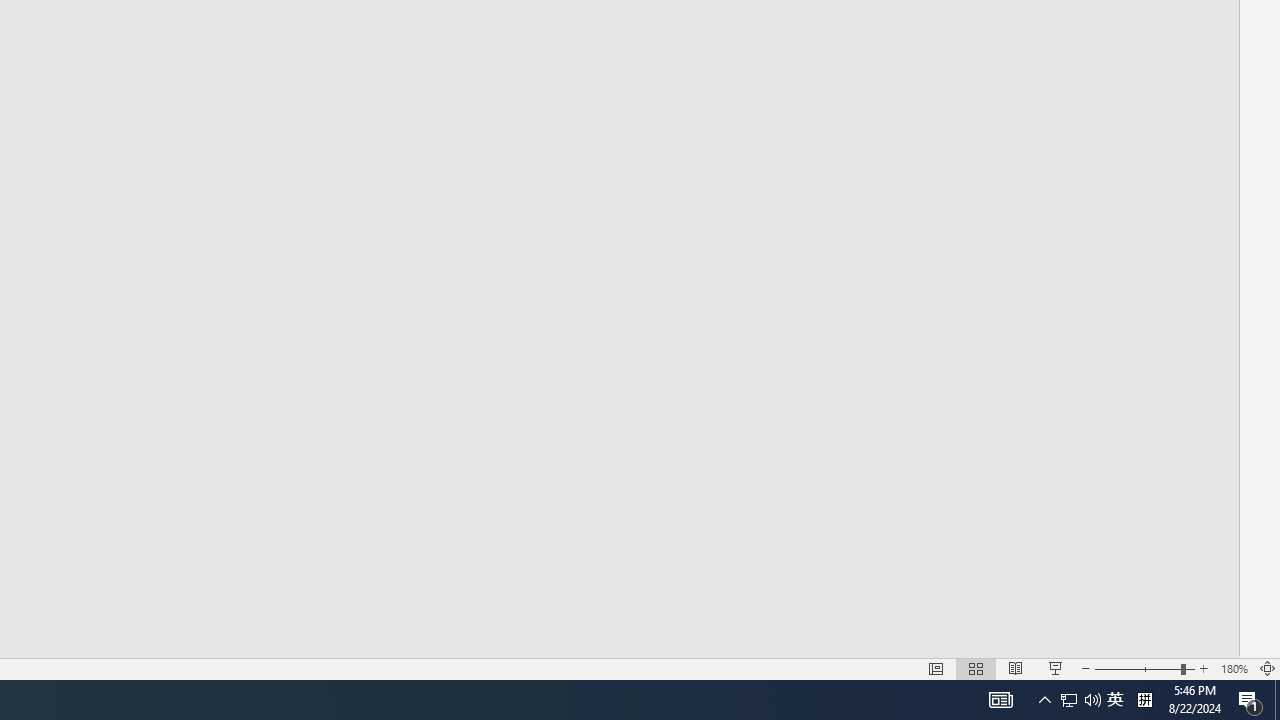 Image resolution: width=1280 pixels, height=720 pixels. Describe the element at coordinates (1266, 669) in the screenshot. I see `'Zoom to Fit '` at that location.